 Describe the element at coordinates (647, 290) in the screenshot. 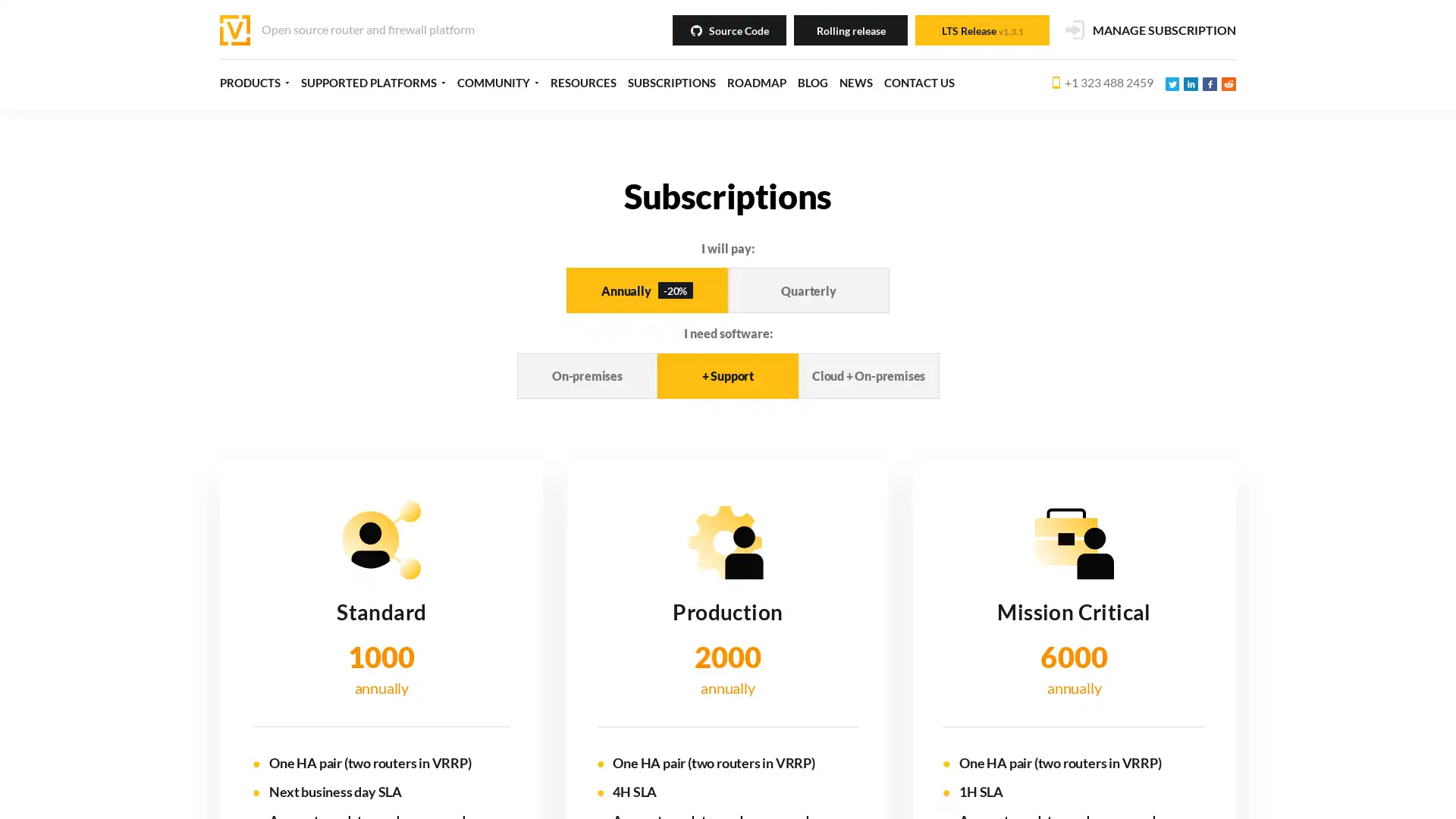

I see `Annually -20%` at that location.